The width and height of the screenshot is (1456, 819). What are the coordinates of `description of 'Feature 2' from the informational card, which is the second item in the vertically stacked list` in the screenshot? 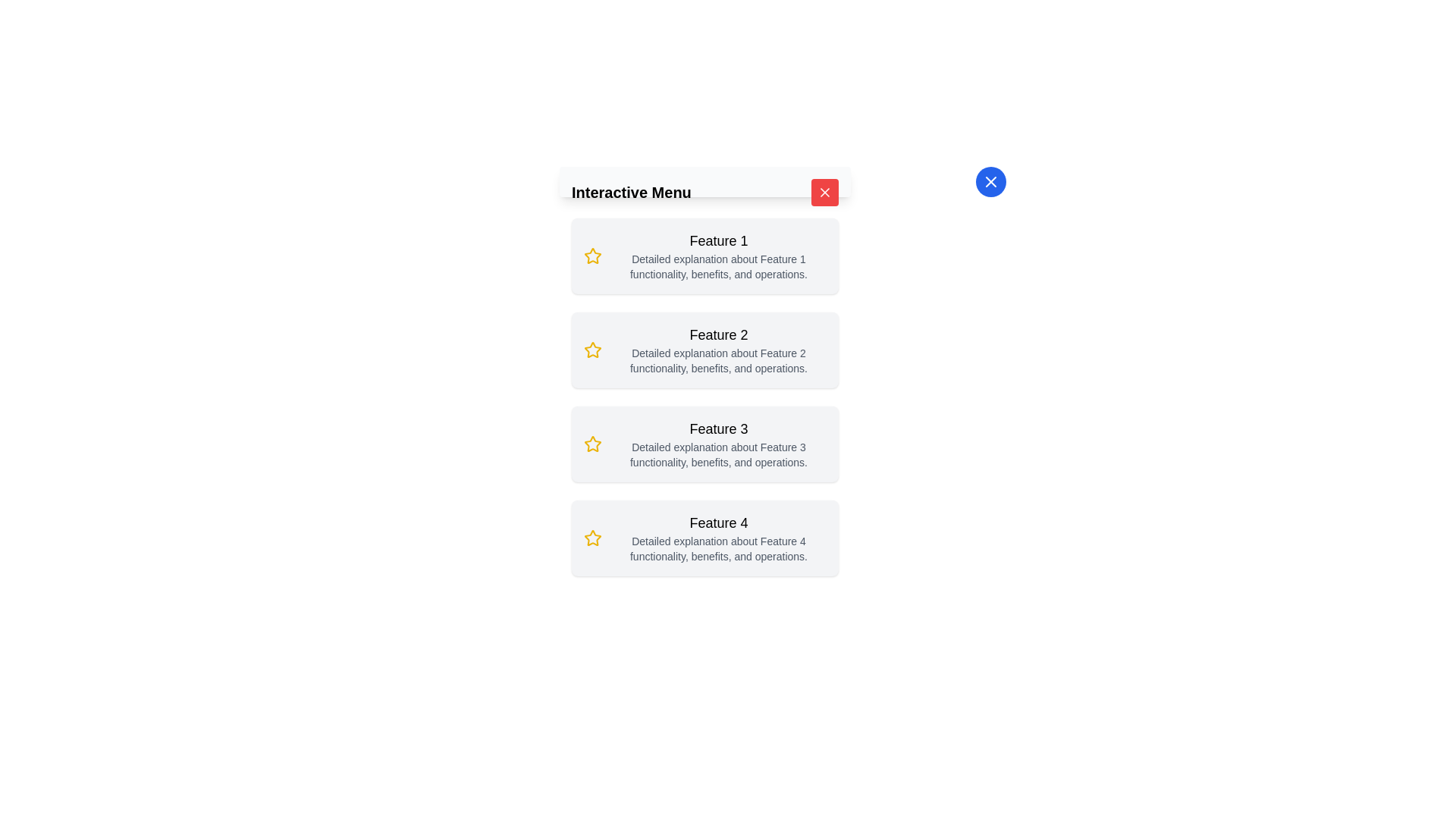 It's located at (704, 350).